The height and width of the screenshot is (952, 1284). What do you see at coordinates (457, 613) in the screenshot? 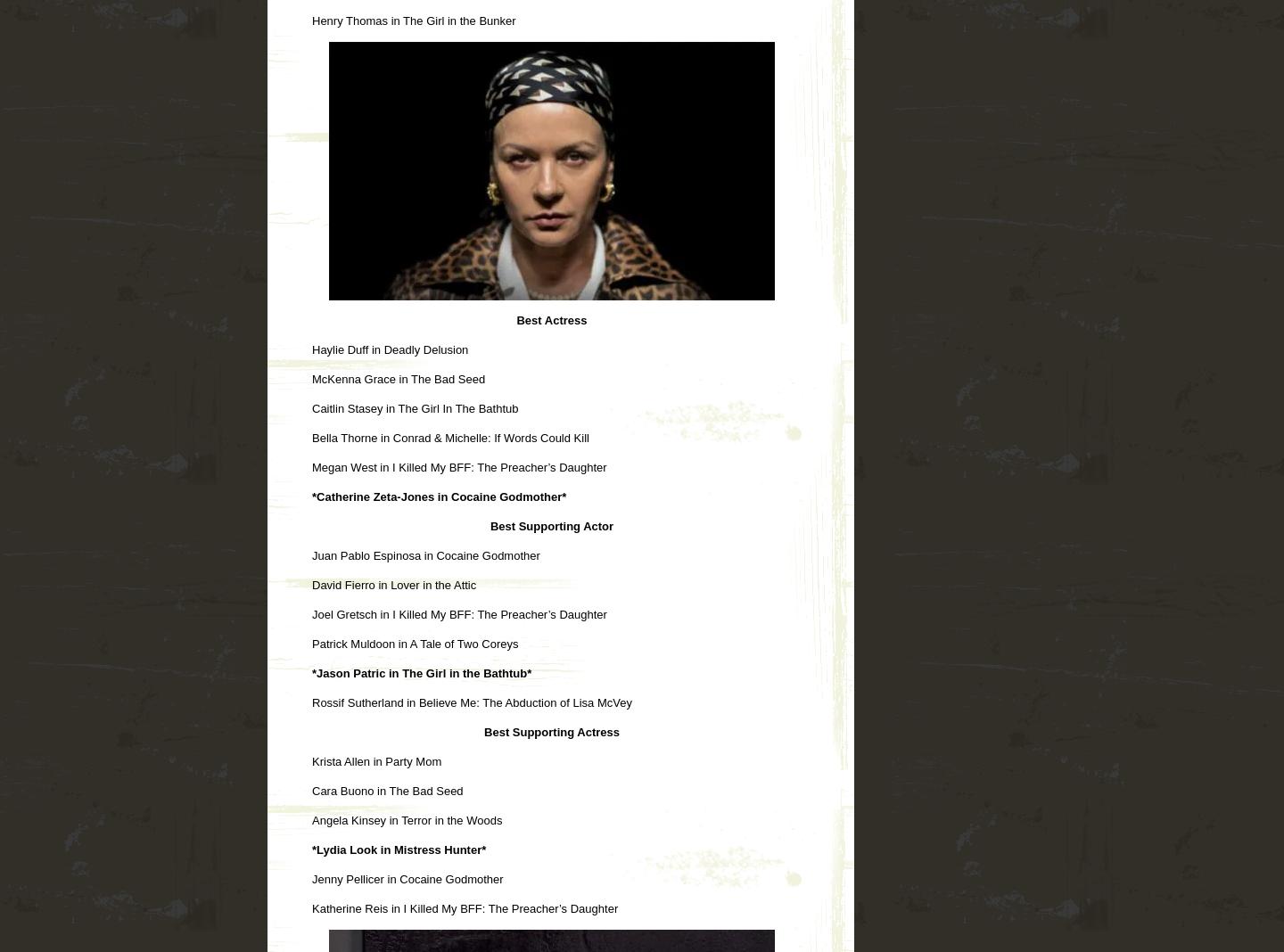
I see `'Joel Gretsch in I Killed My BFF: The Preacher’s Daughter'` at bounding box center [457, 613].